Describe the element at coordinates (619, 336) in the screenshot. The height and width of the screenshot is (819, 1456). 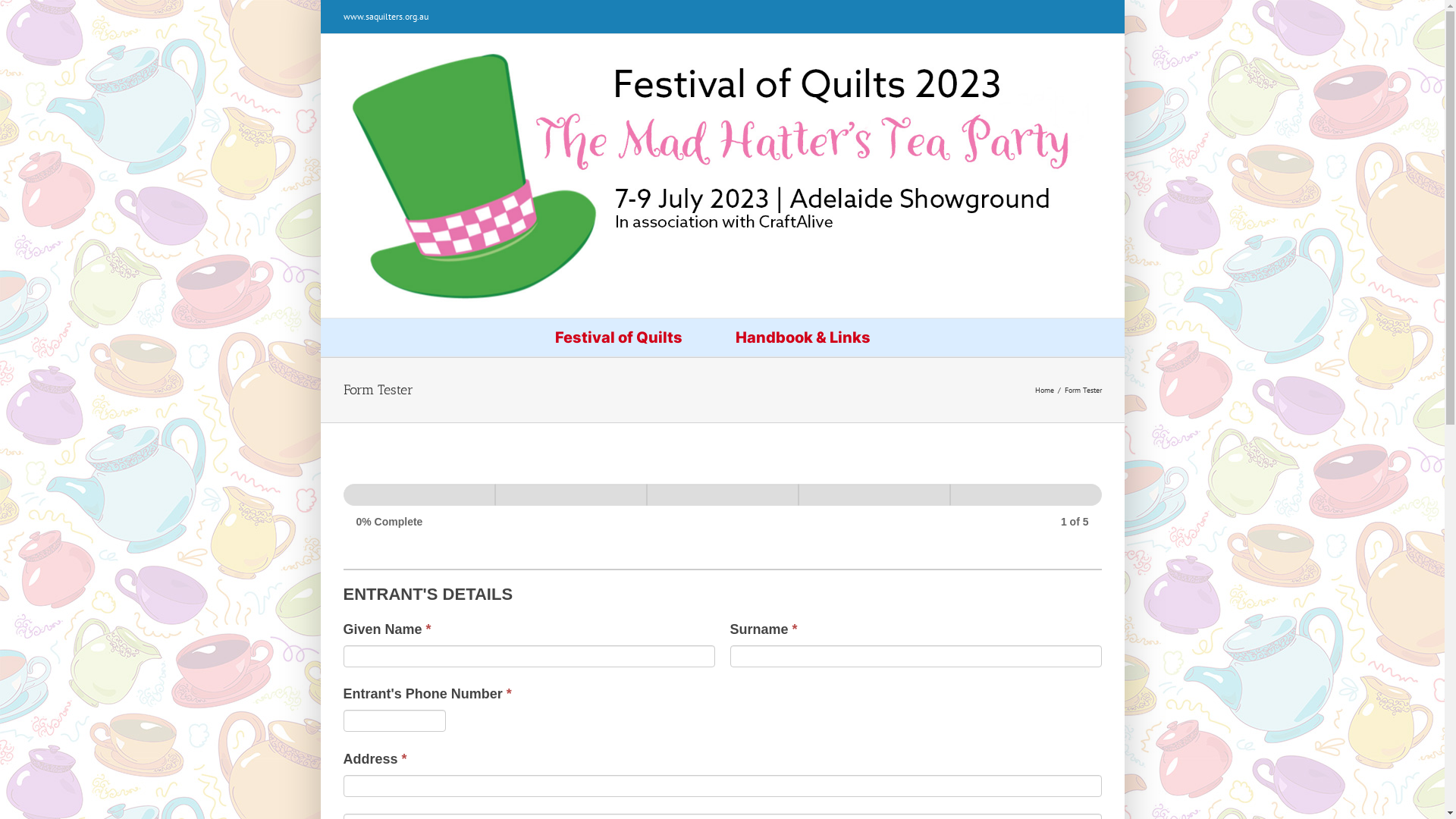
I see `'Festival of Quilts'` at that location.